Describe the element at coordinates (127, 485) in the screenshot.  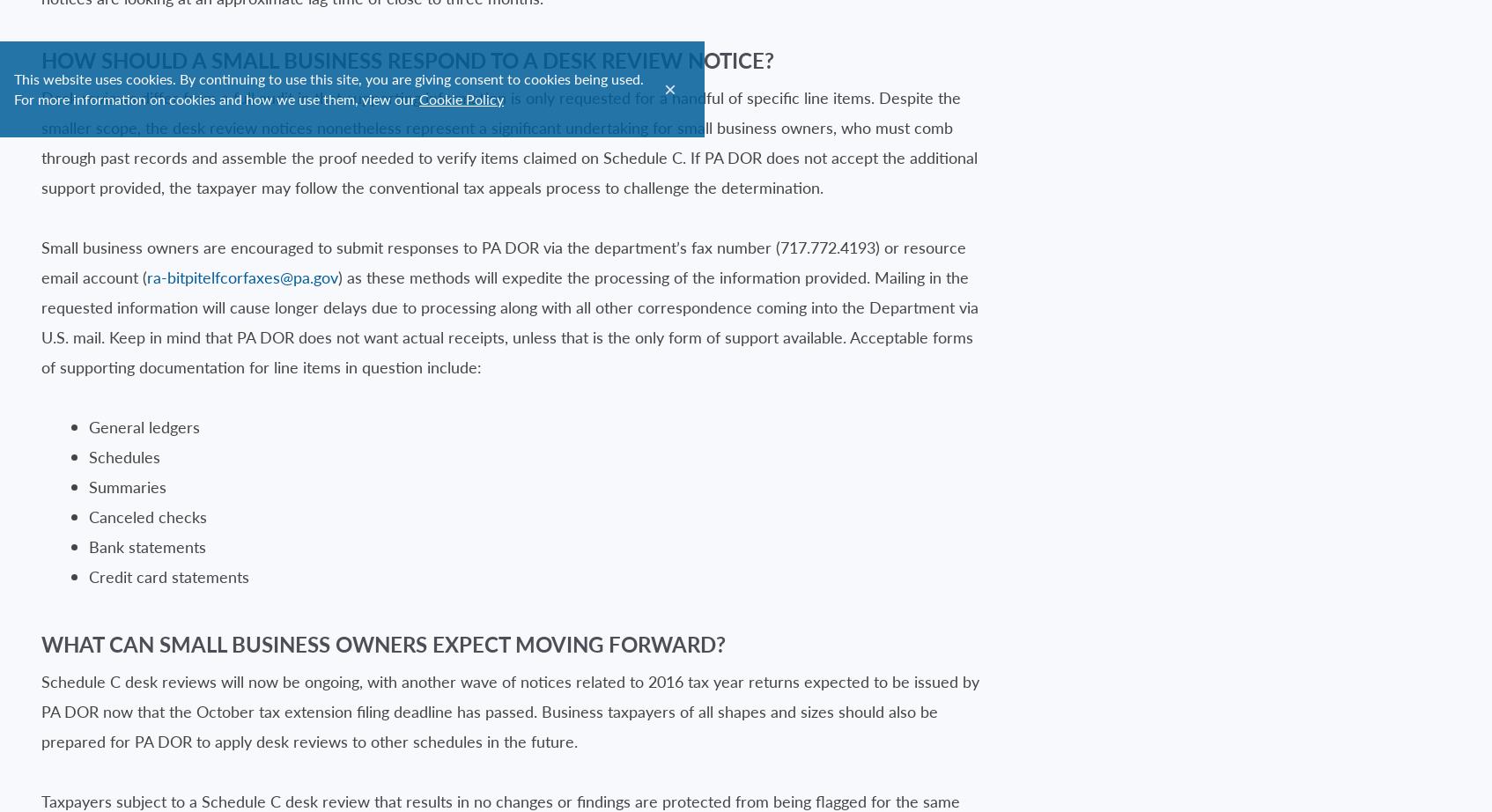
I see `'Summaries'` at that location.